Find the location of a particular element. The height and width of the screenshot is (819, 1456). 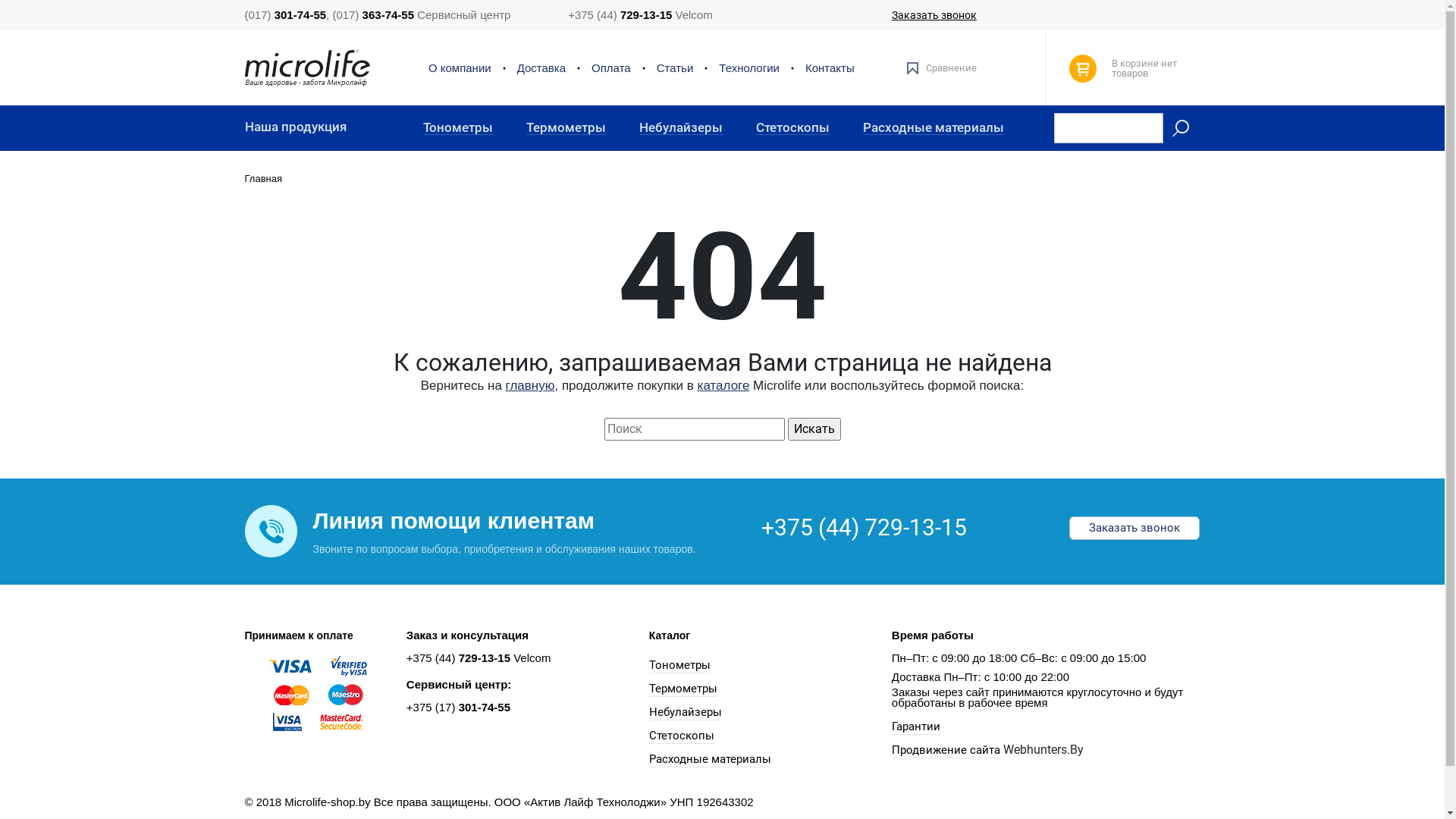

'+375 (44) 729-13-15' is located at coordinates (864, 526).